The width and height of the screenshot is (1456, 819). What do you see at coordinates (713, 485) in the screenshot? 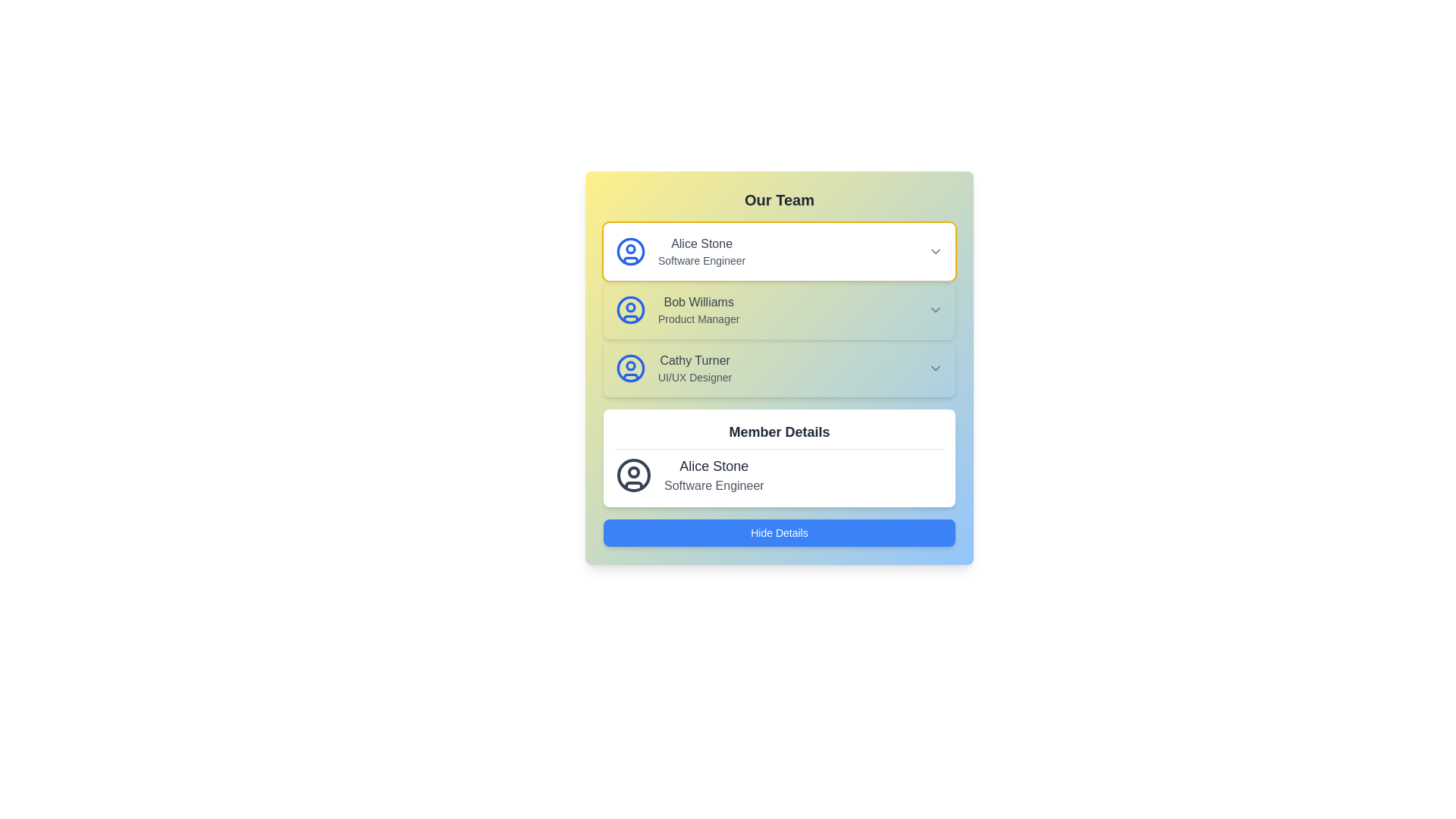
I see `the static text displaying 'Software Engineer' in gray font, located beneath 'Alice Stone' in the 'Member Details' section of the white card` at bounding box center [713, 485].